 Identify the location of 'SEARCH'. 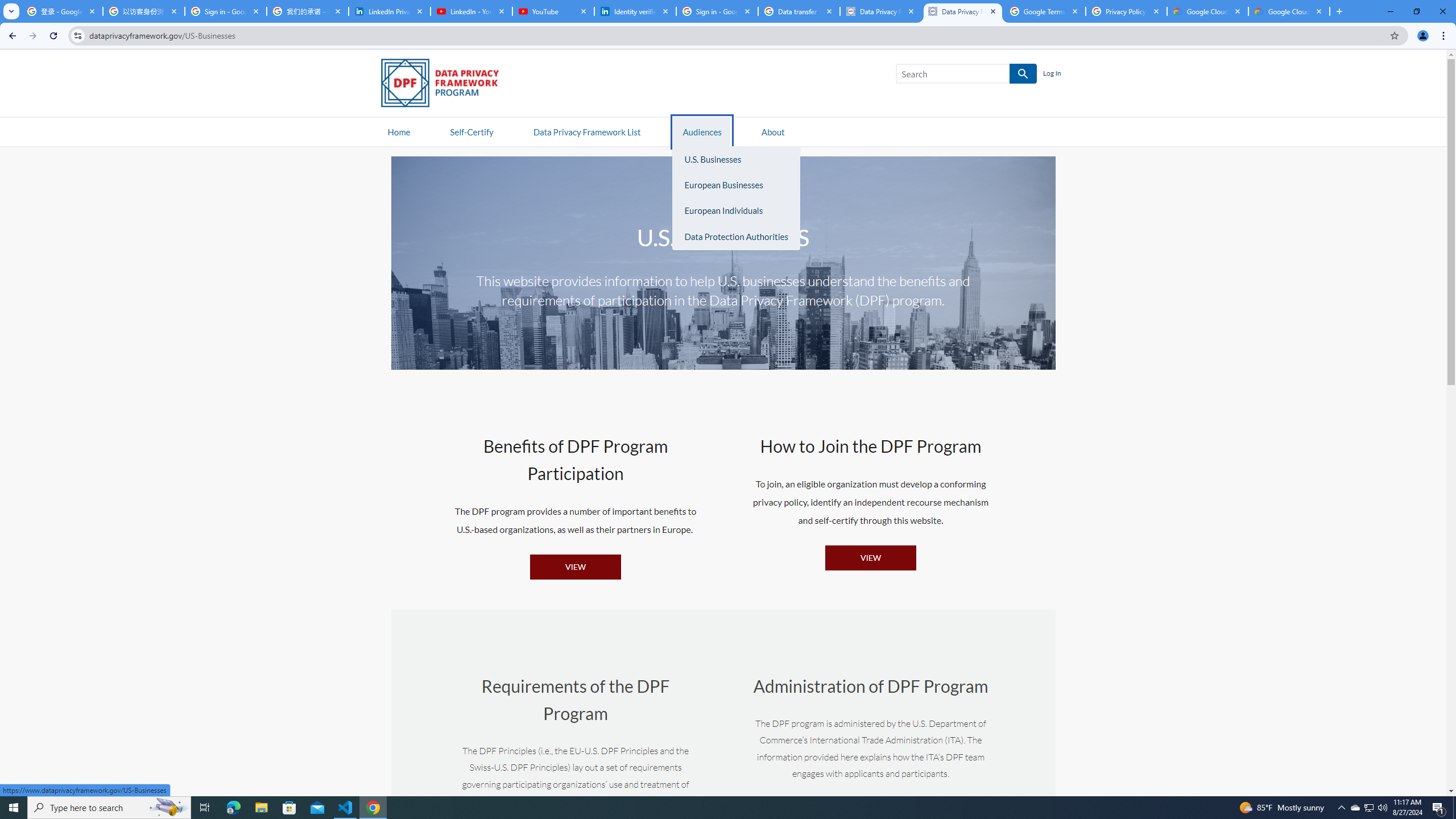
(1022, 74).